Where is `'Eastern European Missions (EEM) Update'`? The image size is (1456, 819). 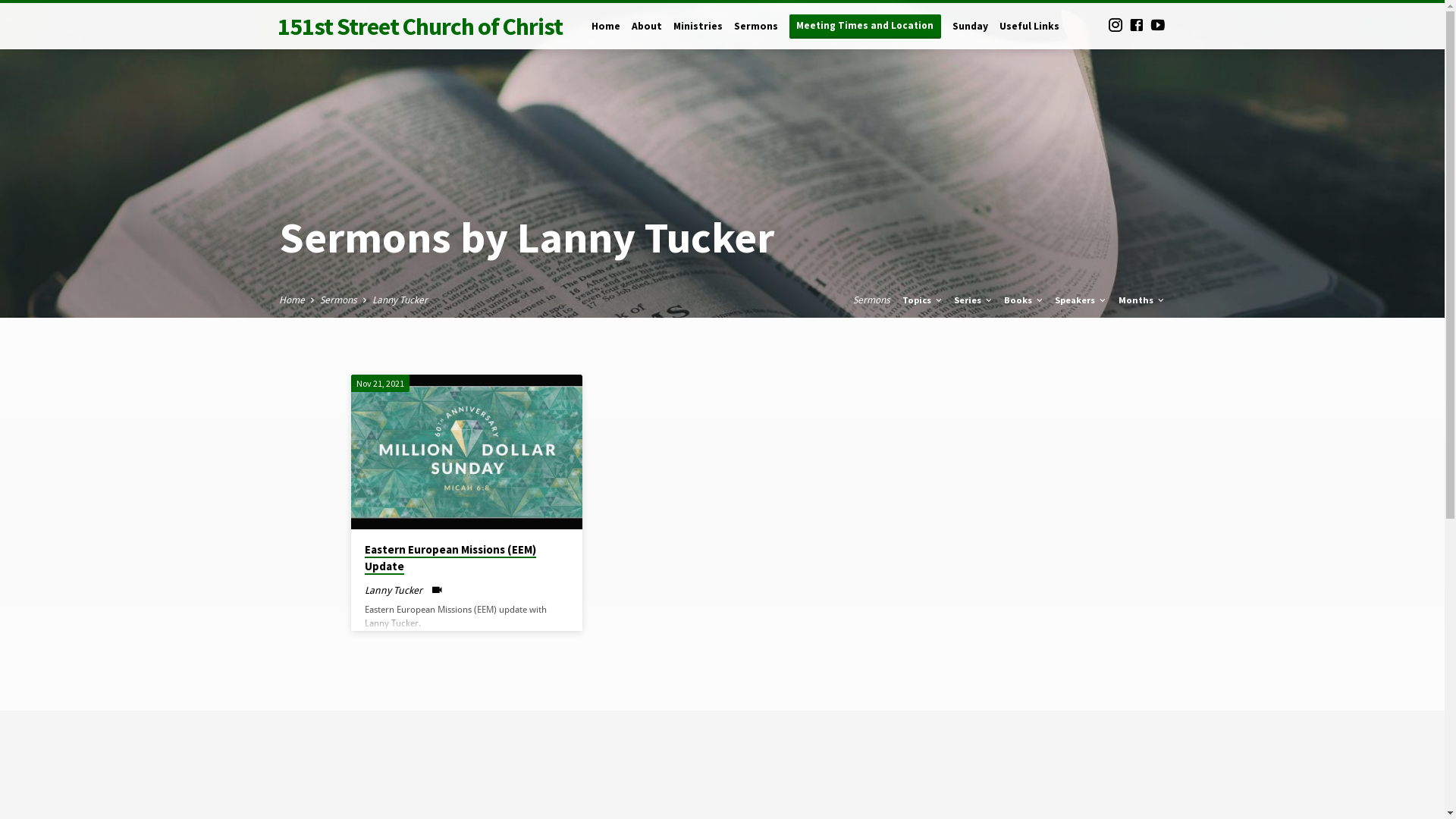
'Eastern European Missions (EEM) Update' is located at coordinates (449, 558).